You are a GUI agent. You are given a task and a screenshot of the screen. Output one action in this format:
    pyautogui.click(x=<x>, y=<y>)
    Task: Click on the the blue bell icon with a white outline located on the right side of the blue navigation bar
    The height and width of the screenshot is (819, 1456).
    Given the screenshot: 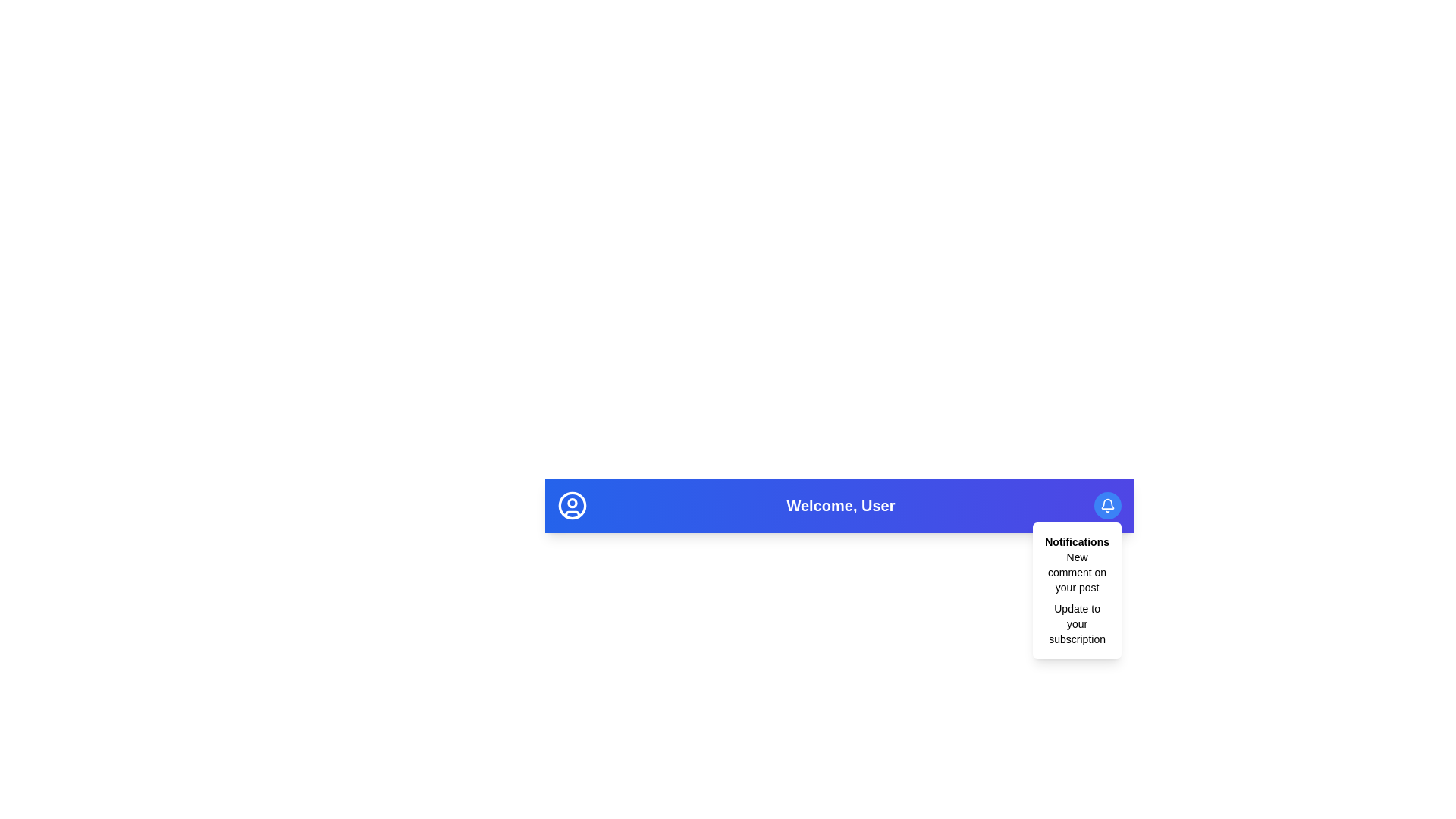 What is the action you would take?
    pyautogui.click(x=1107, y=506)
    